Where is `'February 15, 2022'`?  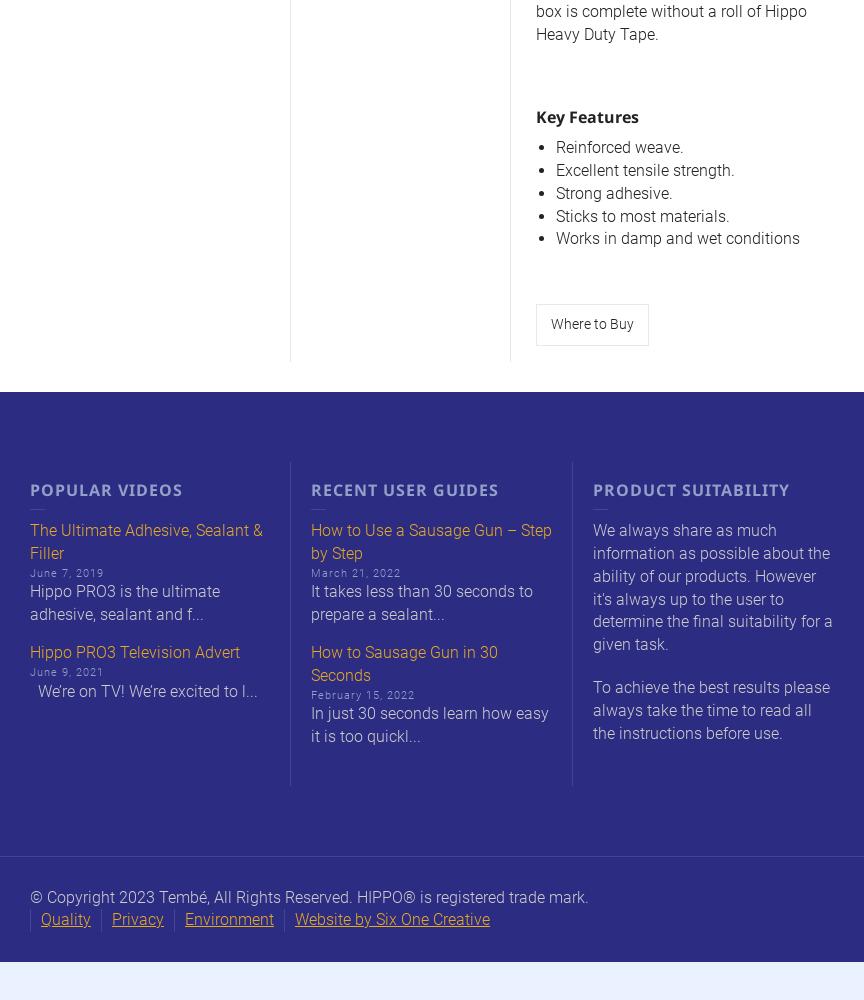
'February 15, 2022' is located at coordinates (361, 693).